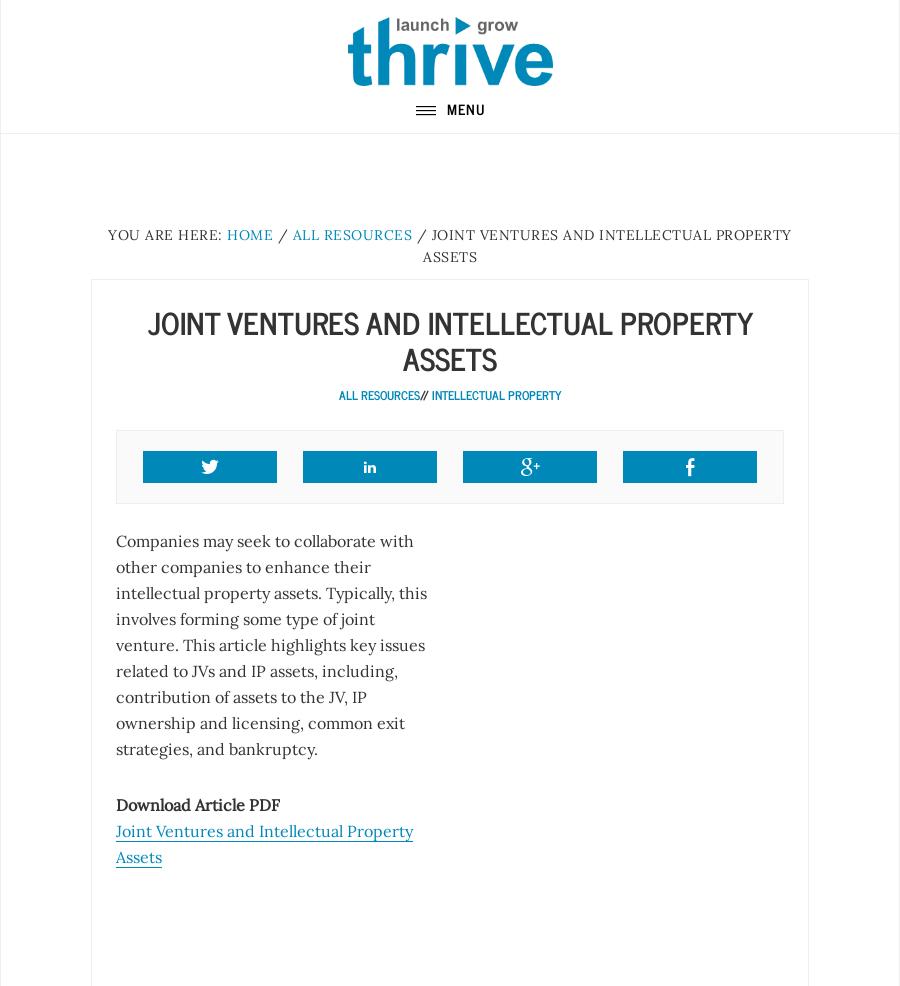 The width and height of the screenshot is (900, 986). What do you see at coordinates (494, 393) in the screenshot?
I see `'Intellectual Property'` at bounding box center [494, 393].